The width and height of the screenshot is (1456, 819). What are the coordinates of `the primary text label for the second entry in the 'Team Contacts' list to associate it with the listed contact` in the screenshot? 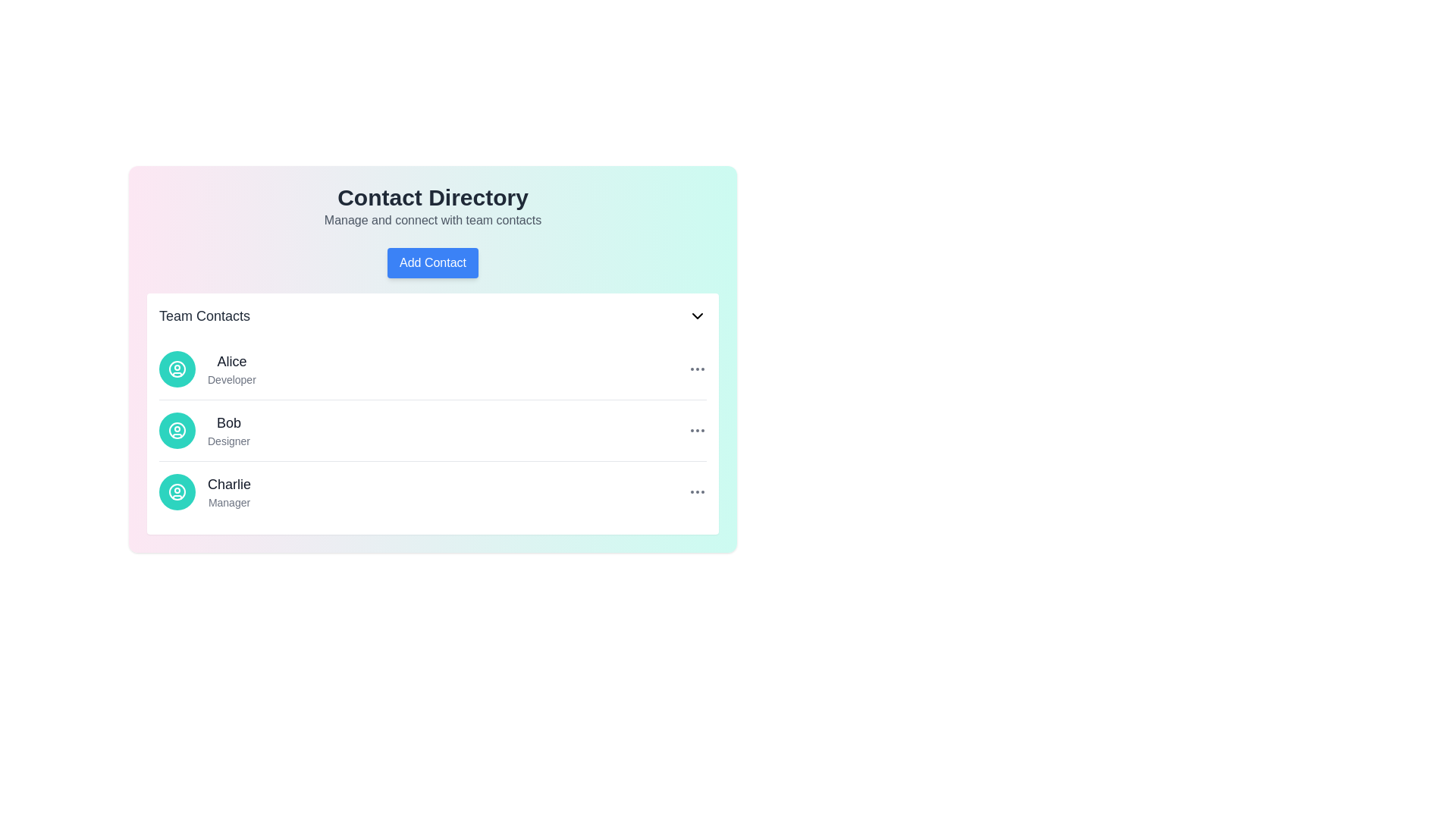 It's located at (228, 423).